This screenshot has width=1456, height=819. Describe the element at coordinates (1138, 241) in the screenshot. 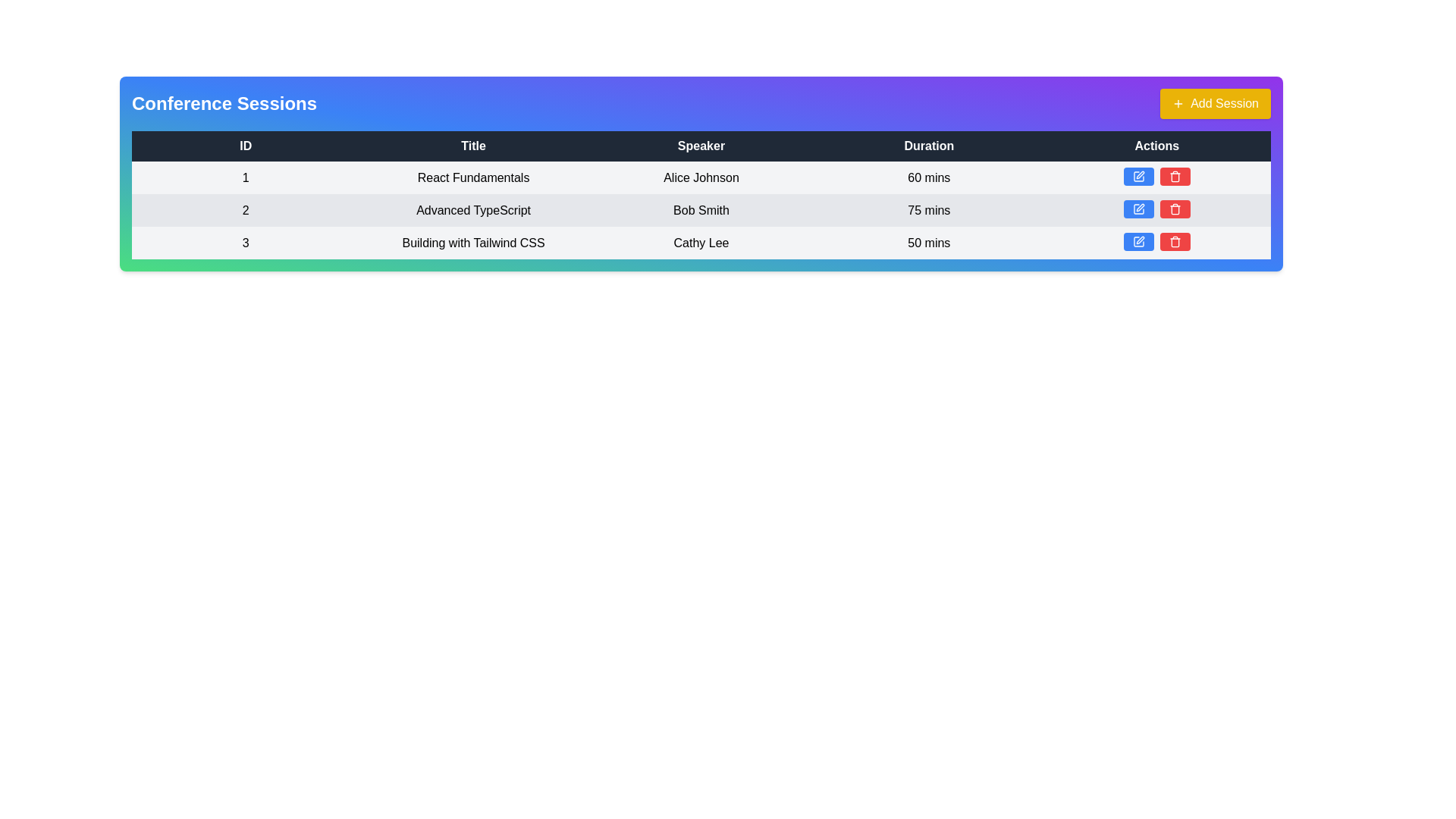

I see `the first button in the 'Actions' column of the last row in the visible table, which has a blue background, white text, and a pen-shaped icon indicating an 'edit' functionality` at that location.